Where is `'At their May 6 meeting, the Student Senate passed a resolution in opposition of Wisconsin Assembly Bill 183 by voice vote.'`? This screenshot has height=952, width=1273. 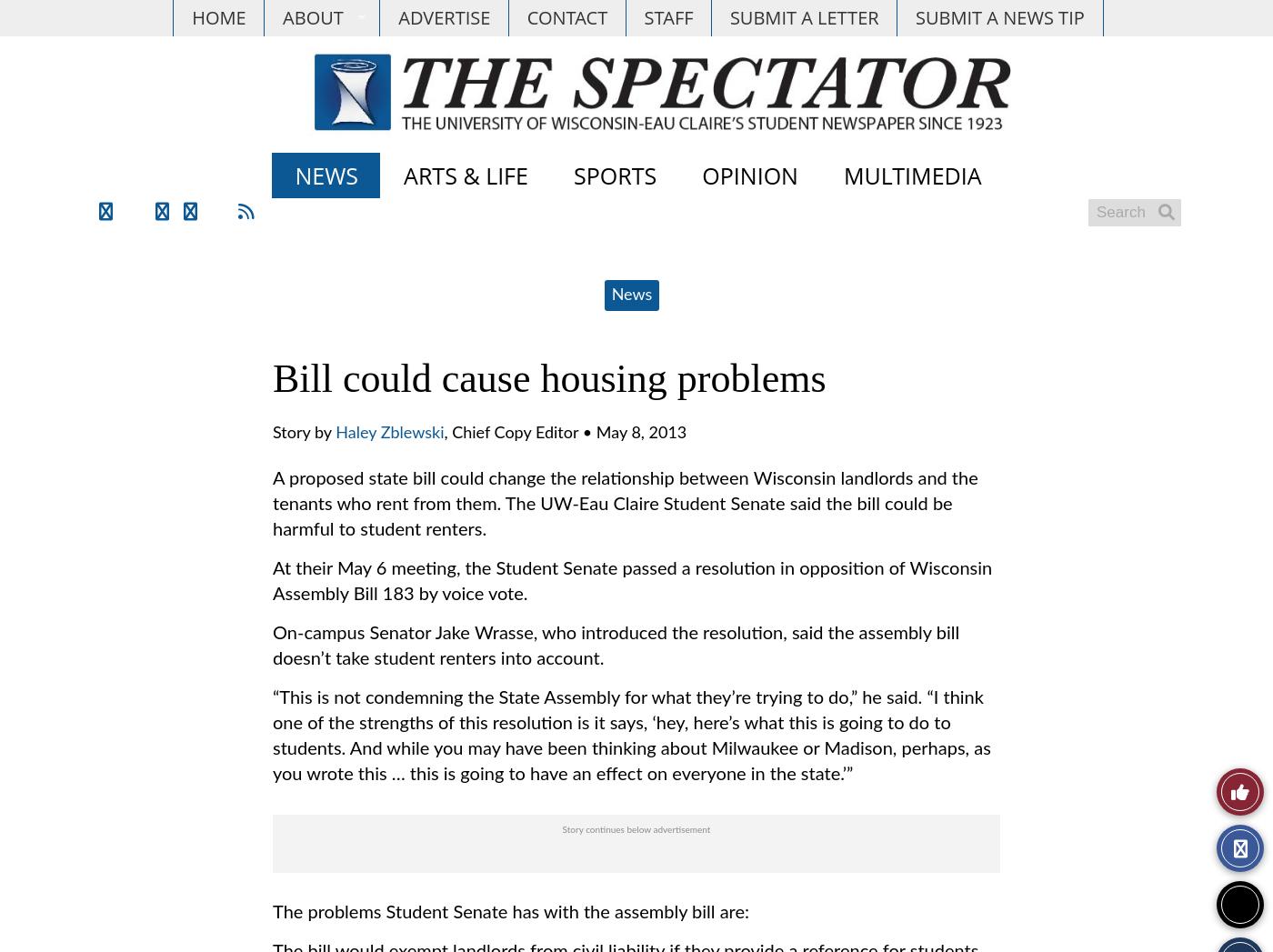
'At their May 6 meeting, the Student Senate passed a resolution in opposition of Wisconsin Assembly Bill 183 by voice vote.' is located at coordinates (632, 582).